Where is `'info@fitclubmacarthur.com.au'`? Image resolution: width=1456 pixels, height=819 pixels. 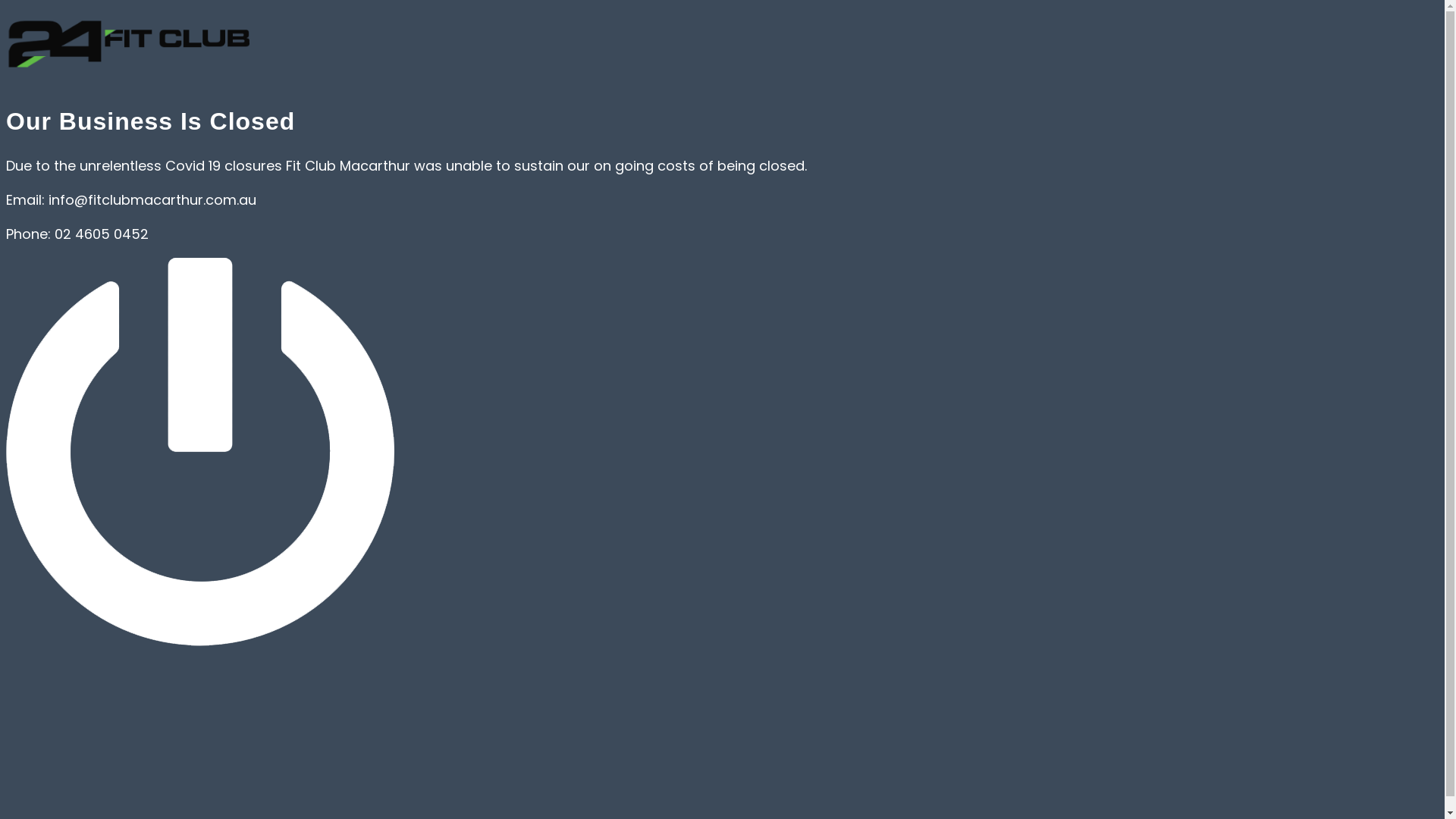 'info@fitclubmacarthur.com.au' is located at coordinates (152, 199).